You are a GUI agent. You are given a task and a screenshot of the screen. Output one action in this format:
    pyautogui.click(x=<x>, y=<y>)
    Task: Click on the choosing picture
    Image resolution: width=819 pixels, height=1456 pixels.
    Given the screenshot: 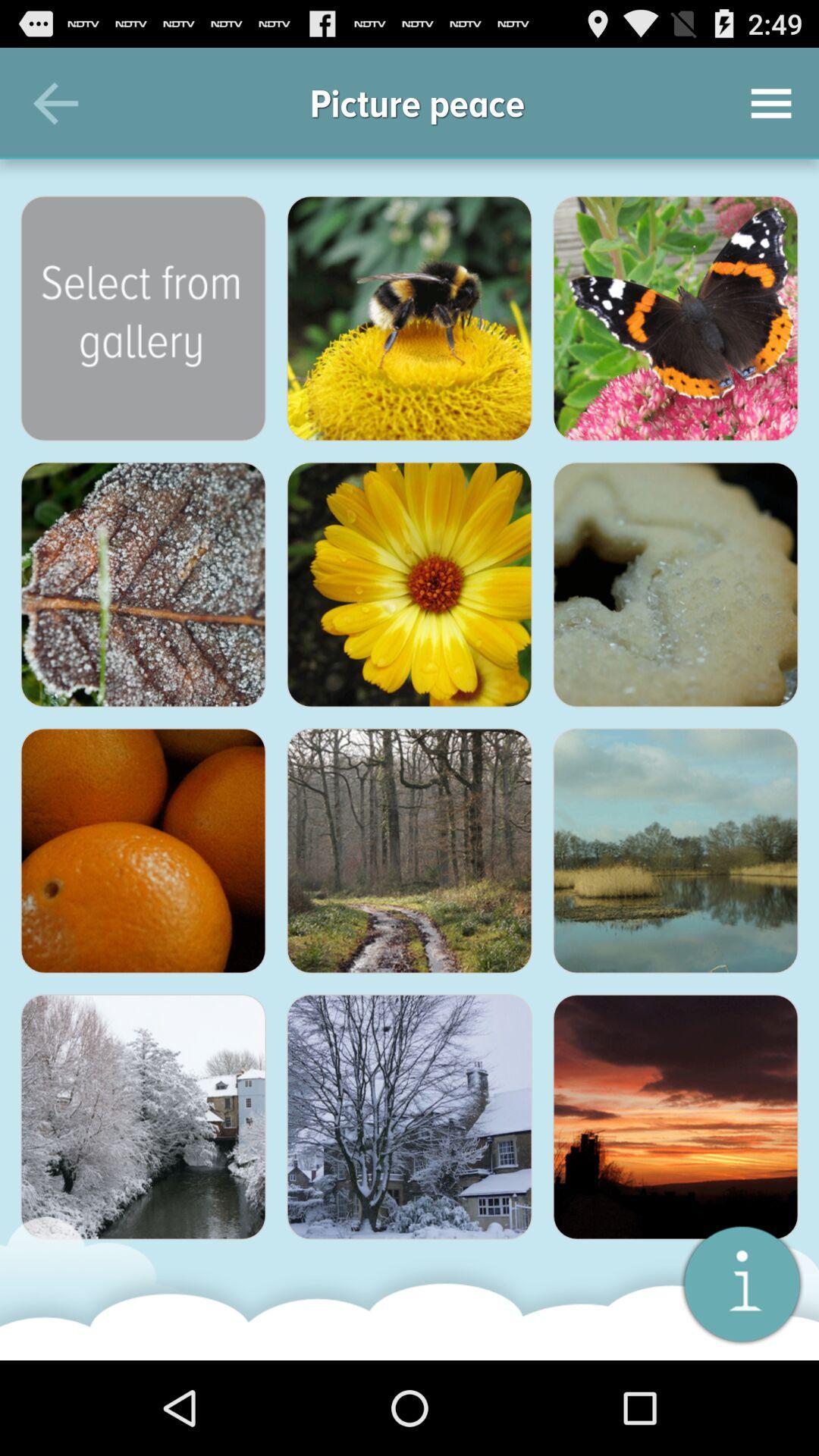 What is the action you would take?
    pyautogui.click(x=675, y=584)
    